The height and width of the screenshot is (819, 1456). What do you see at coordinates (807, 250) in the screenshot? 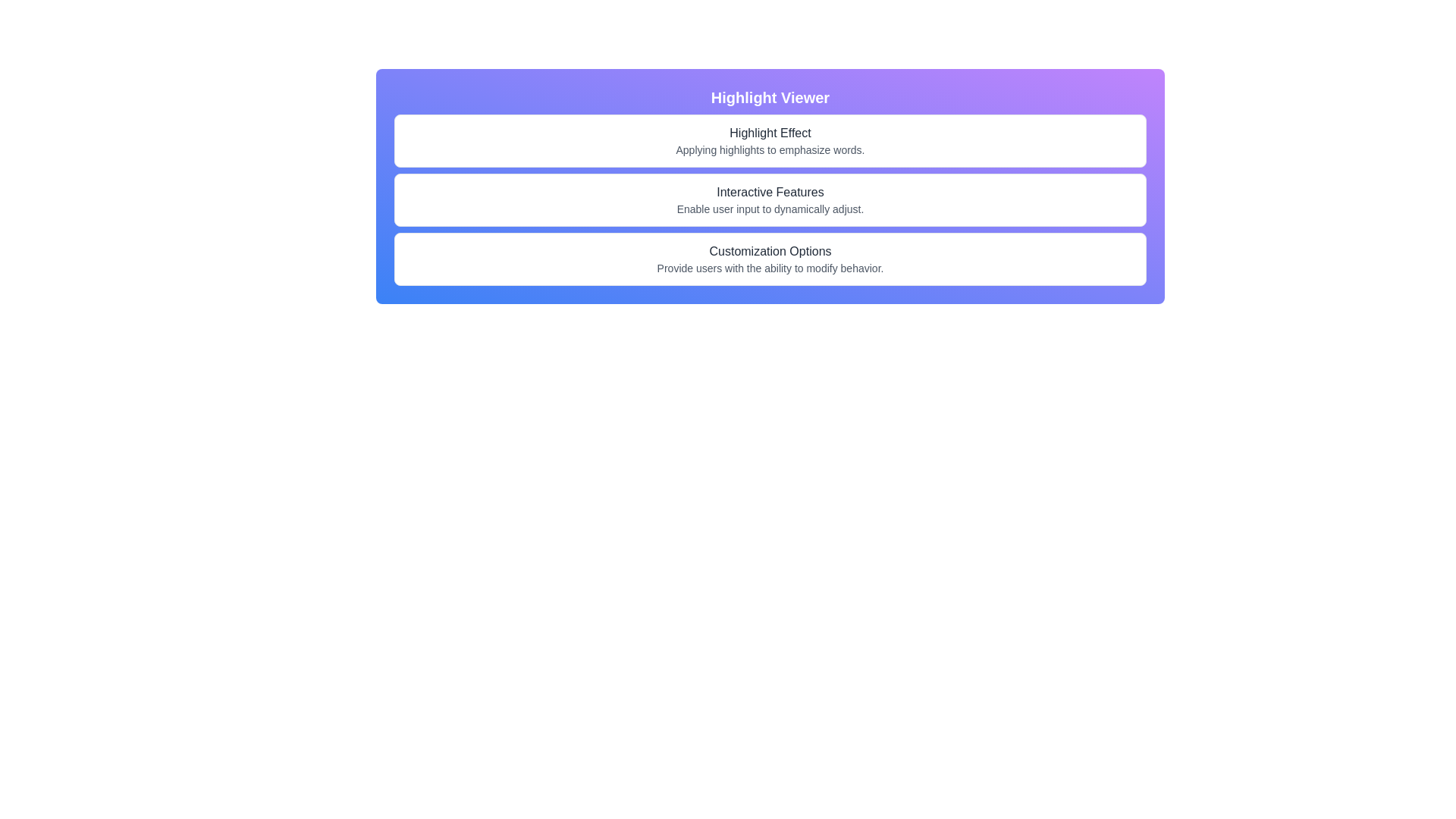
I see `the decorative text in the phrase 'Customization Options', specifically targeting the sixteenth character in the sequence` at bounding box center [807, 250].